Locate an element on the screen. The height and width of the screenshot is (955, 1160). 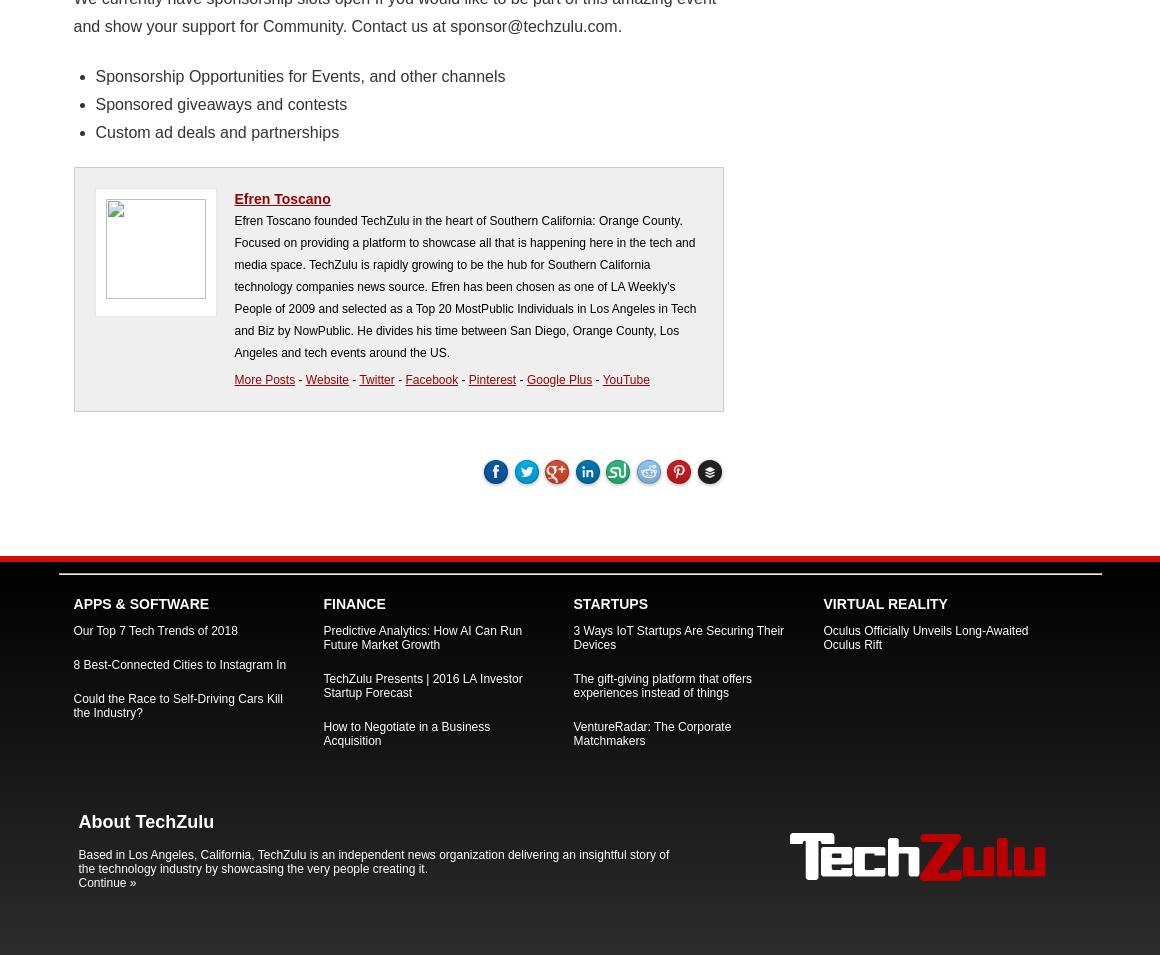
'Share' is located at coordinates (625, 475).